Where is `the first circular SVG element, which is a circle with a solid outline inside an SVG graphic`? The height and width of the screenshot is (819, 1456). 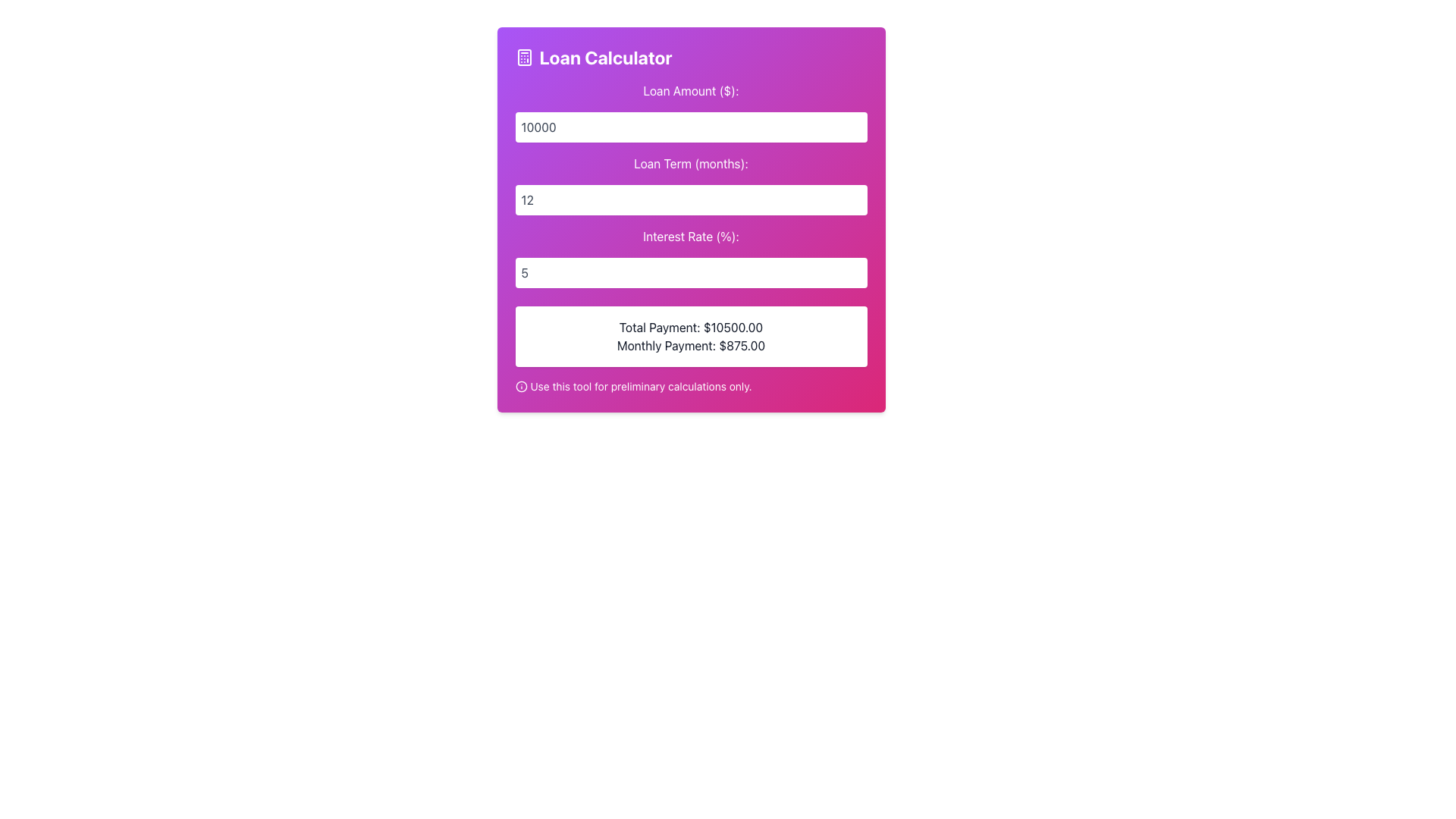
the first circular SVG element, which is a circle with a solid outline inside an SVG graphic is located at coordinates (521, 385).